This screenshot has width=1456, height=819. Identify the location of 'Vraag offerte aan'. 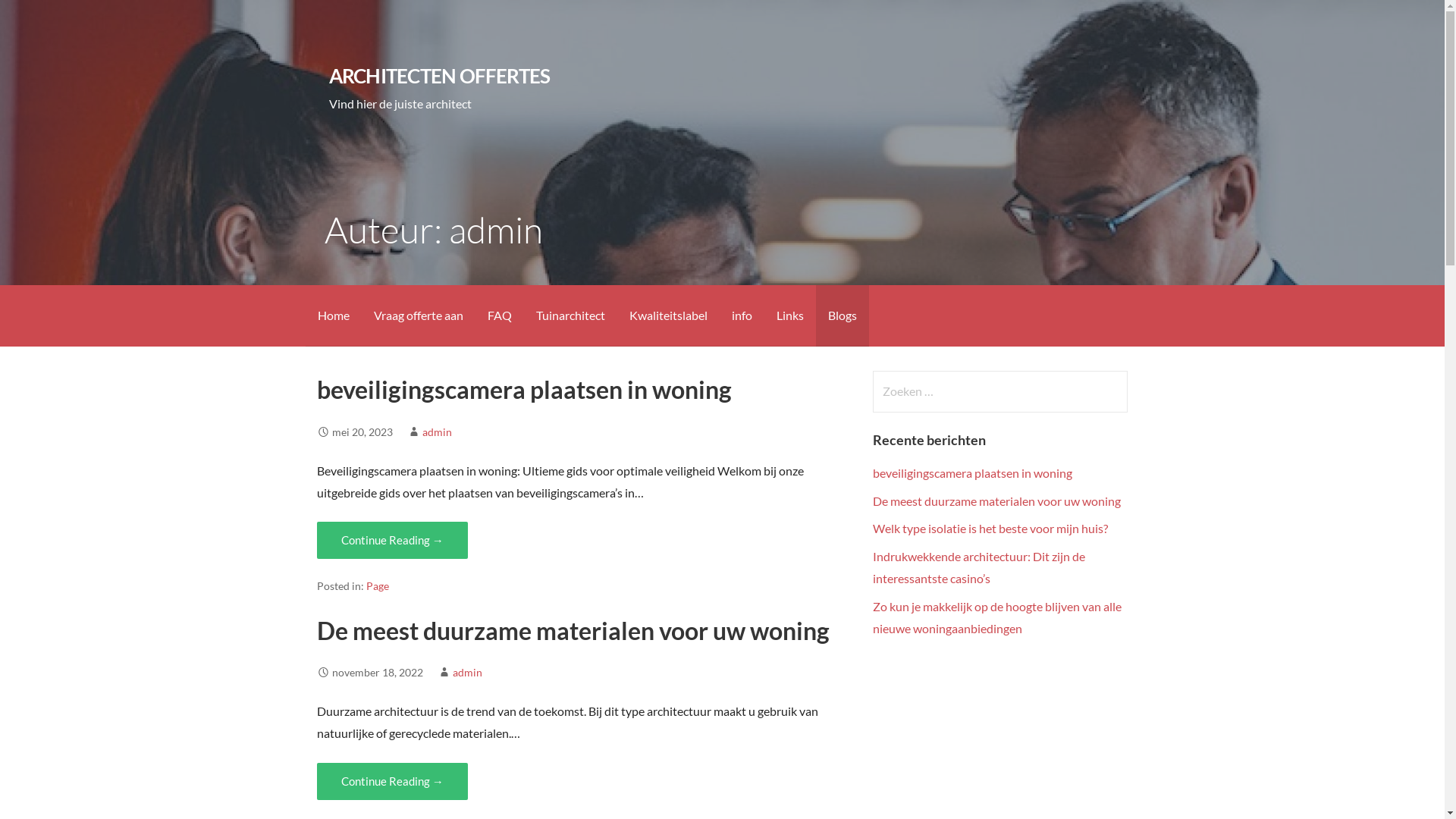
(418, 315).